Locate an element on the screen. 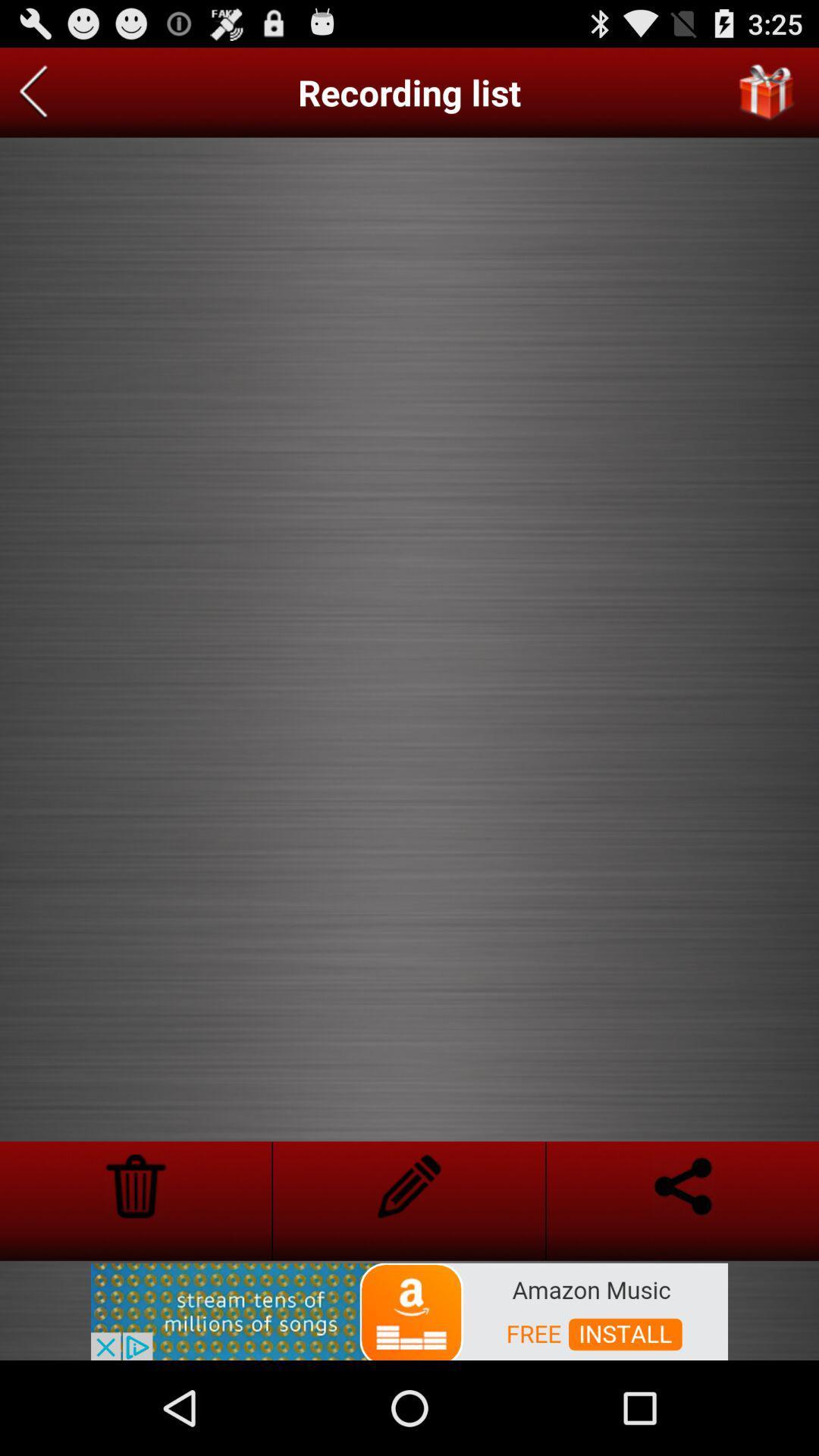  gift pega is located at coordinates (767, 92).